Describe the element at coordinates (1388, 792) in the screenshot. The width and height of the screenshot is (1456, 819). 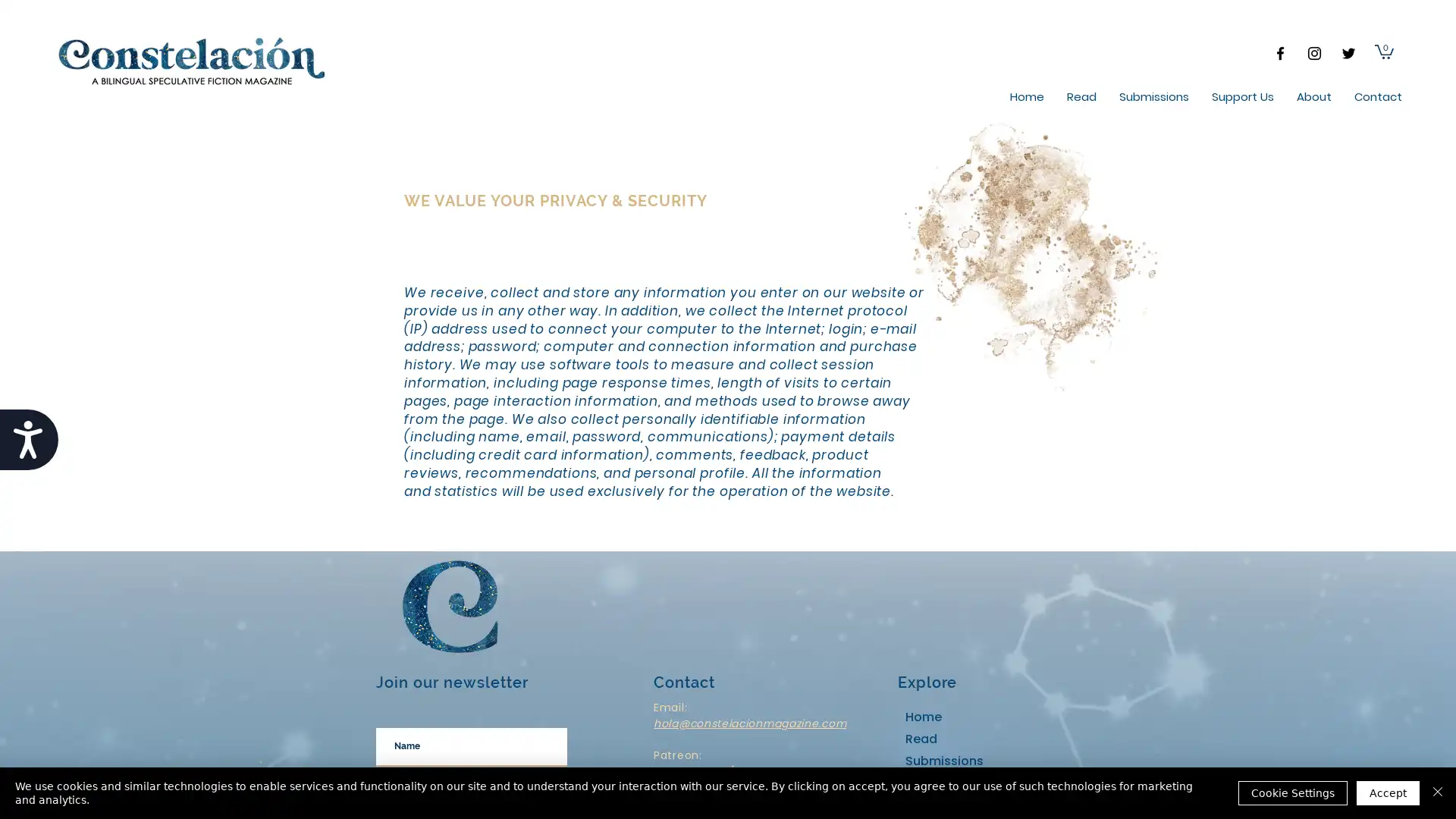
I see `Accept` at that location.